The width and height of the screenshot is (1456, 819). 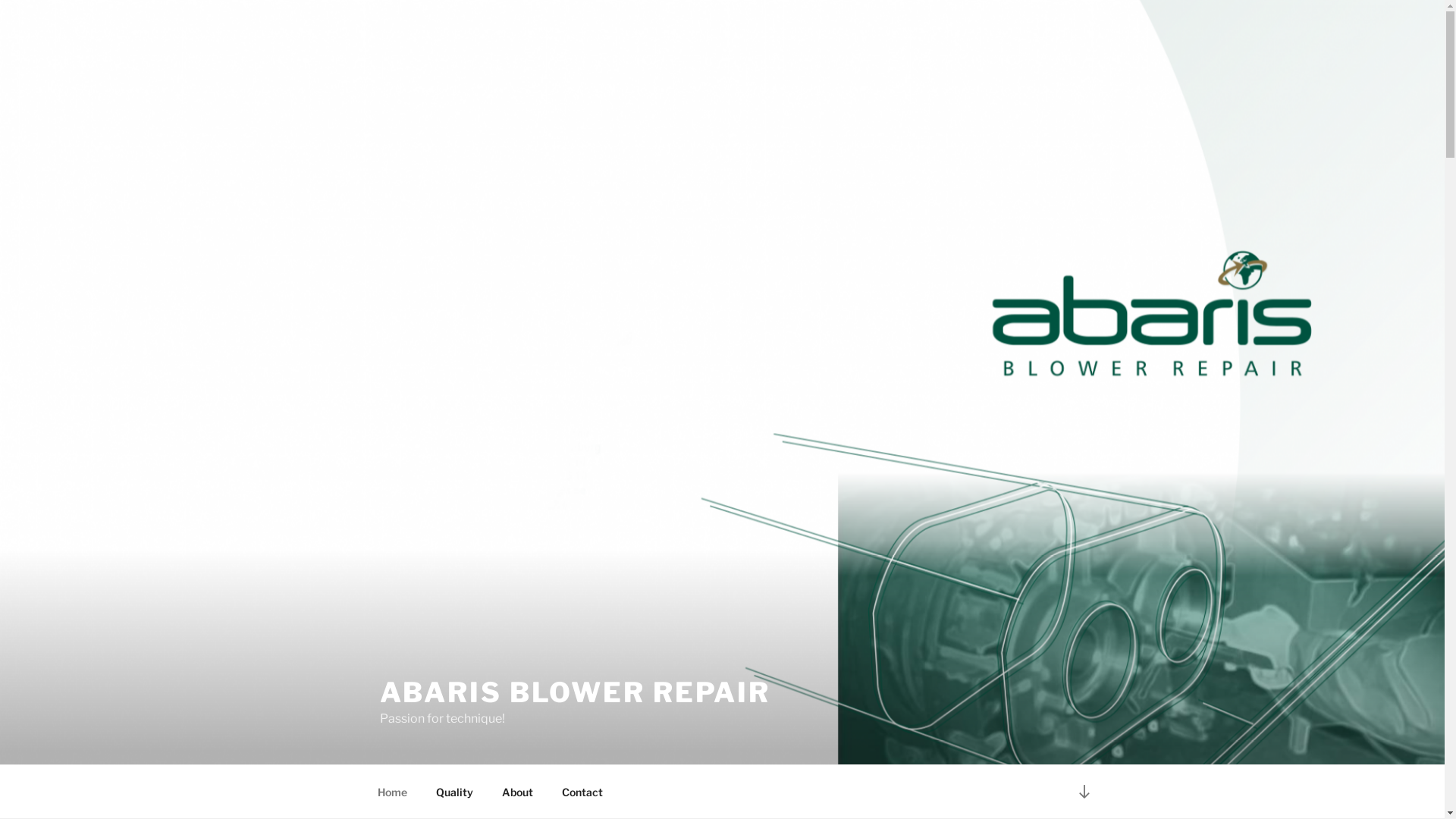 What do you see at coordinates (364, 791) in the screenshot?
I see `'Home'` at bounding box center [364, 791].